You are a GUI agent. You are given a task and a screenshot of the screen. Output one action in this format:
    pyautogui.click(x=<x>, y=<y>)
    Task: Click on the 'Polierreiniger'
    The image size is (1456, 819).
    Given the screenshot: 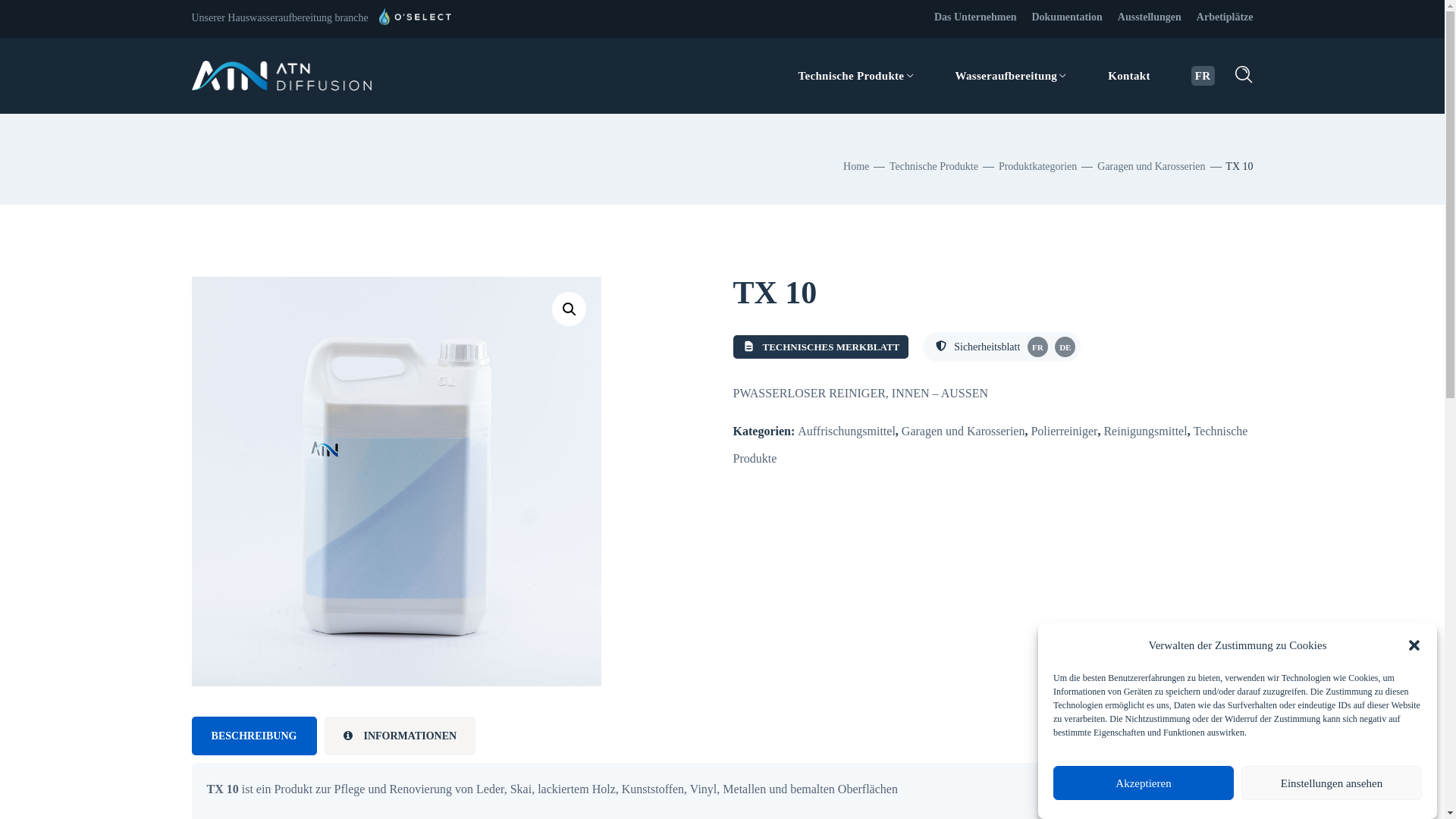 What is the action you would take?
    pyautogui.click(x=1030, y=431)
    